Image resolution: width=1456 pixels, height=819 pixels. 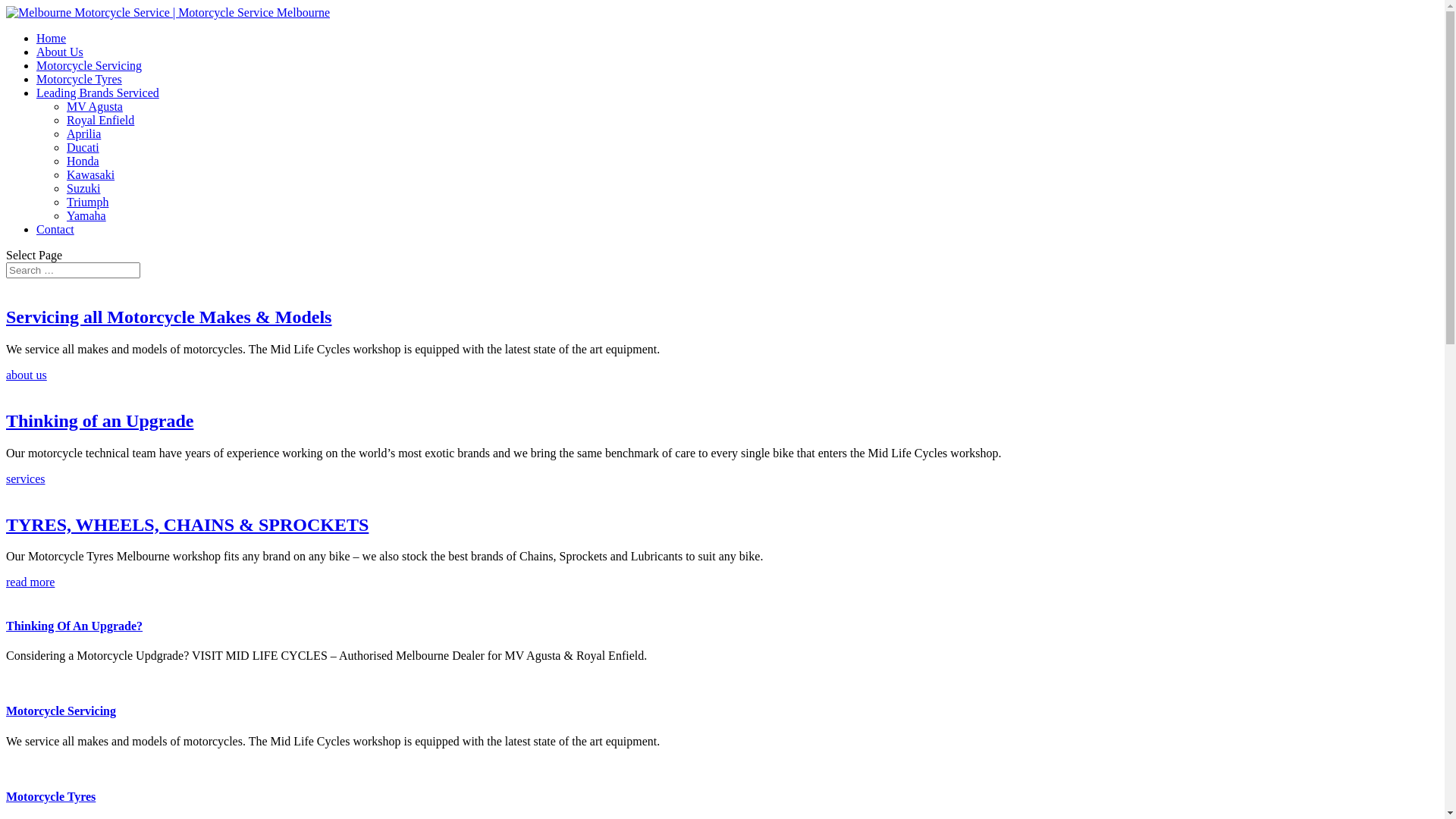 I want to click on 'TYRES, WHEELS, CHAINS & SPROCKETS', so click(x=186, y=523).